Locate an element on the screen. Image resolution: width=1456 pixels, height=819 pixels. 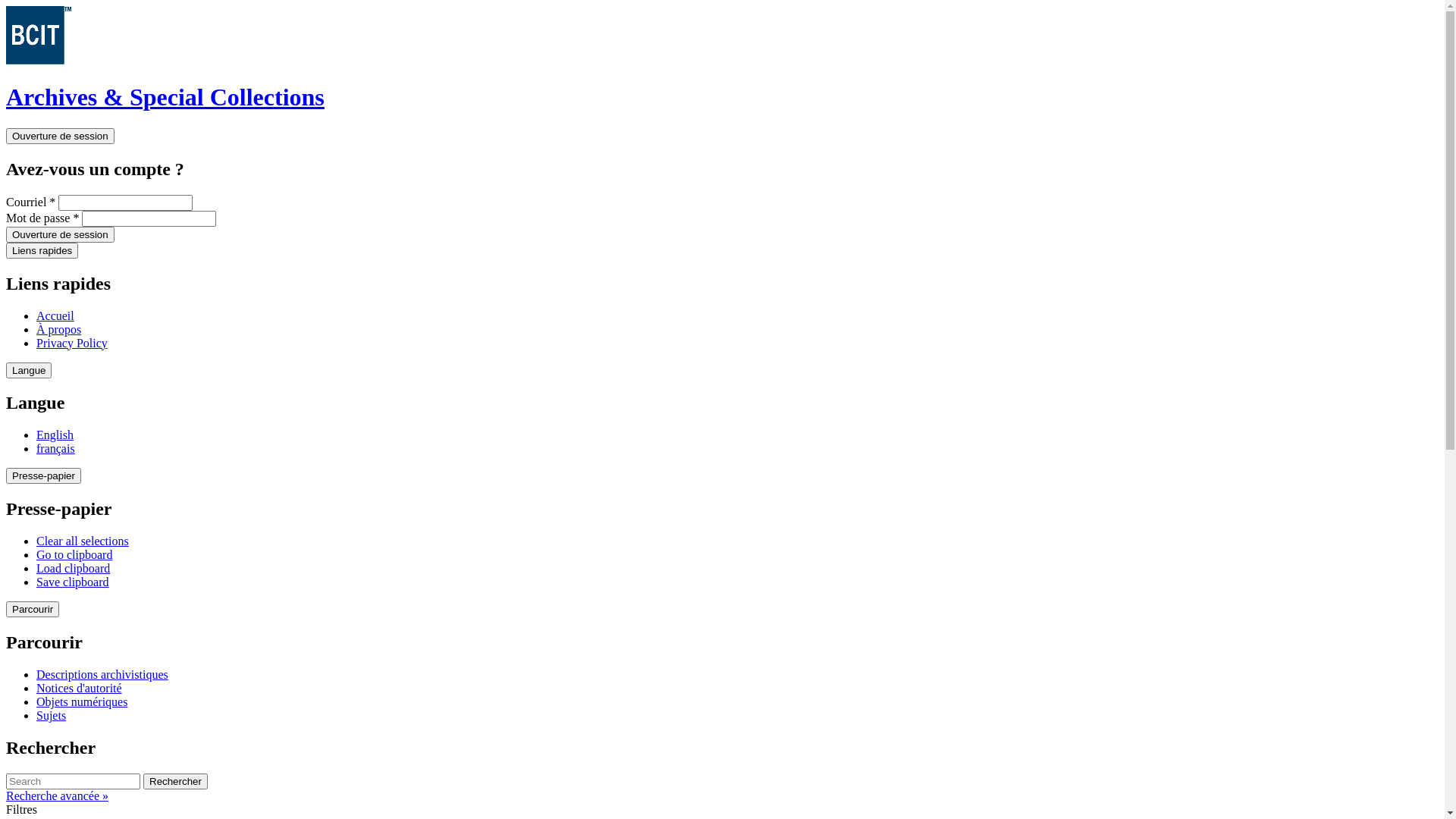
'Save clipboard' is located at coordinates (72, 581).